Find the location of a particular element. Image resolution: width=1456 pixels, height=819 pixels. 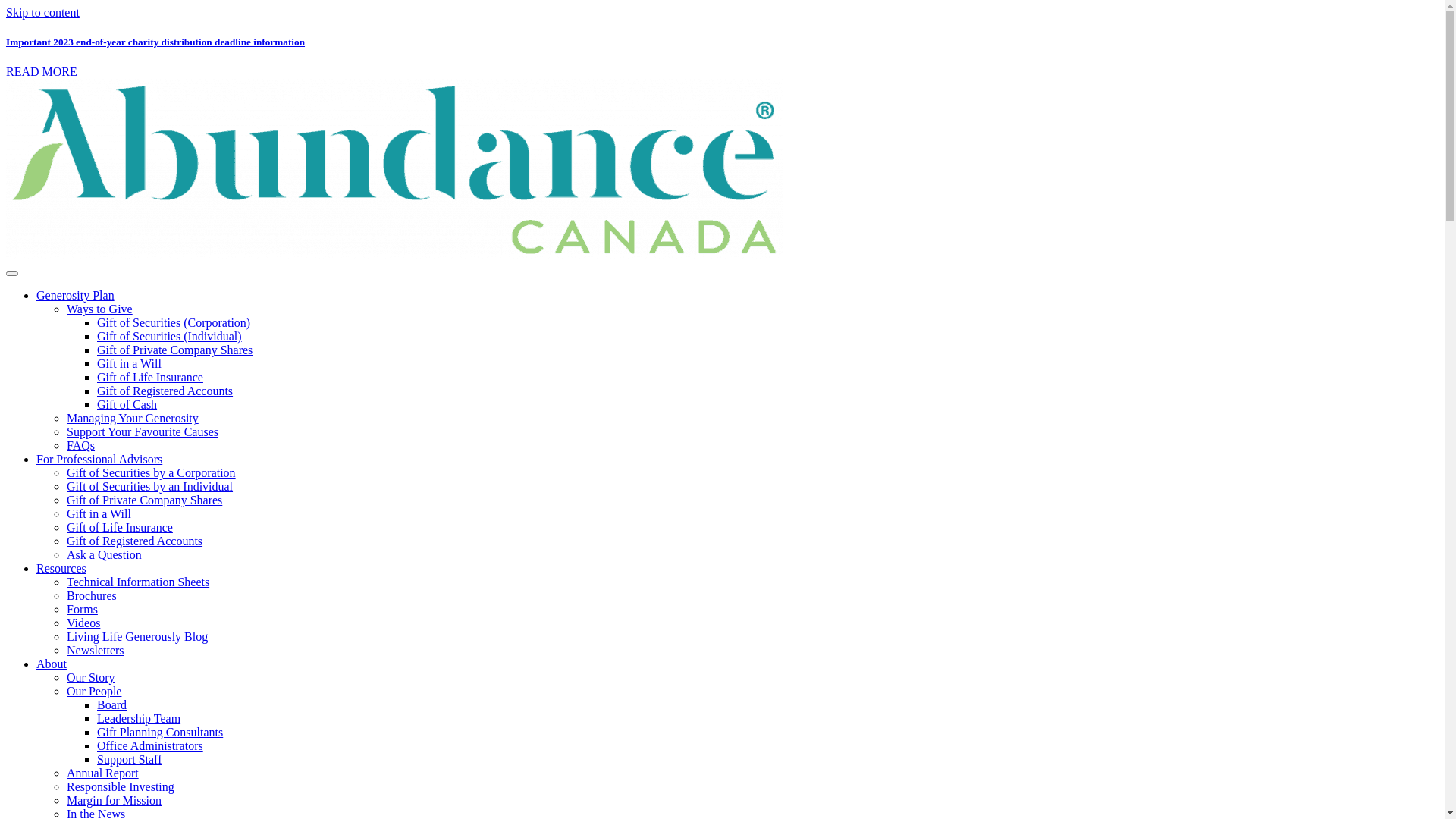

'Gift of Cash' is located at coordinates (127, 403).